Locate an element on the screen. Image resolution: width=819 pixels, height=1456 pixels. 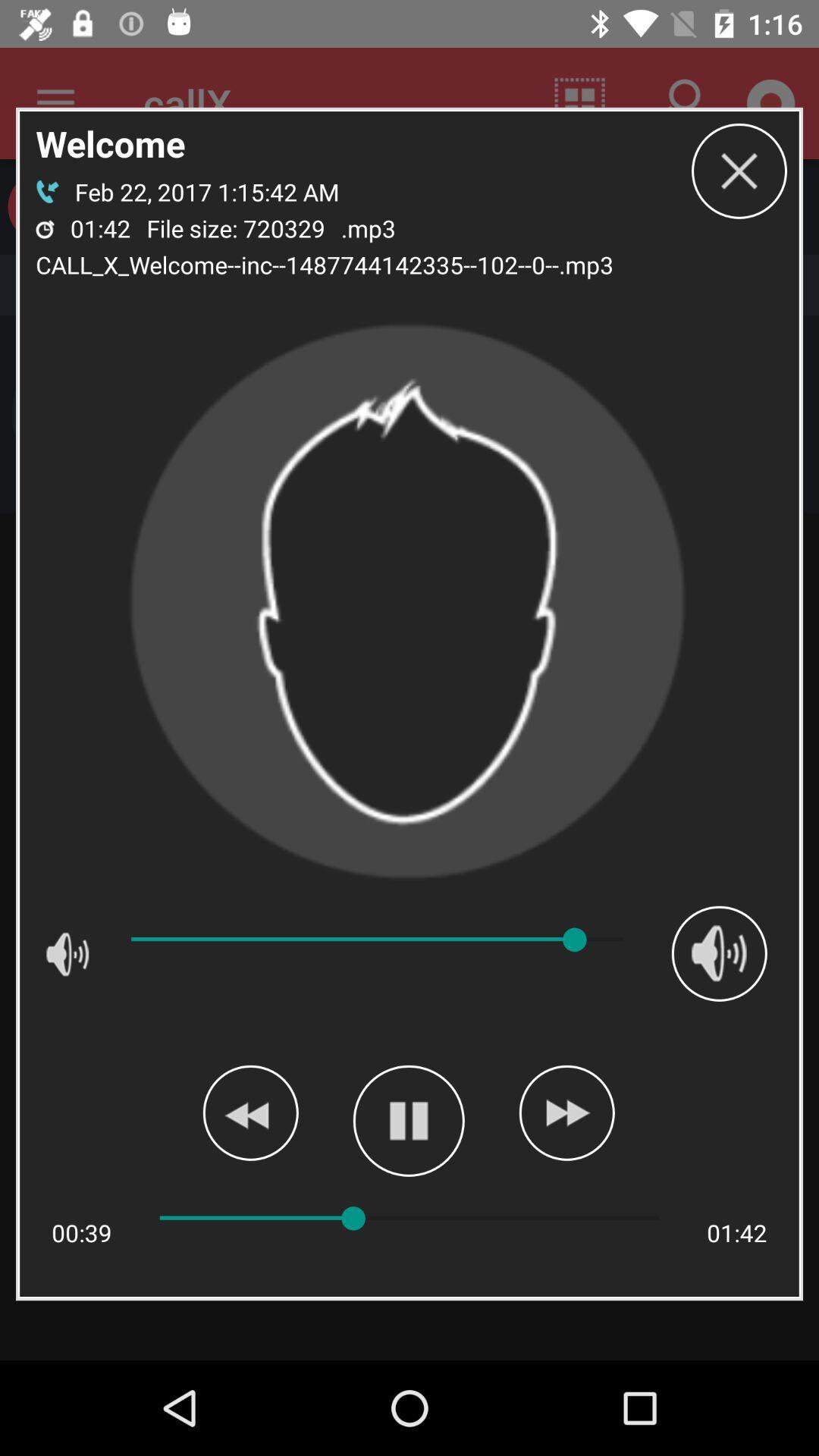
the close icon is located at coordinates (739, 171).